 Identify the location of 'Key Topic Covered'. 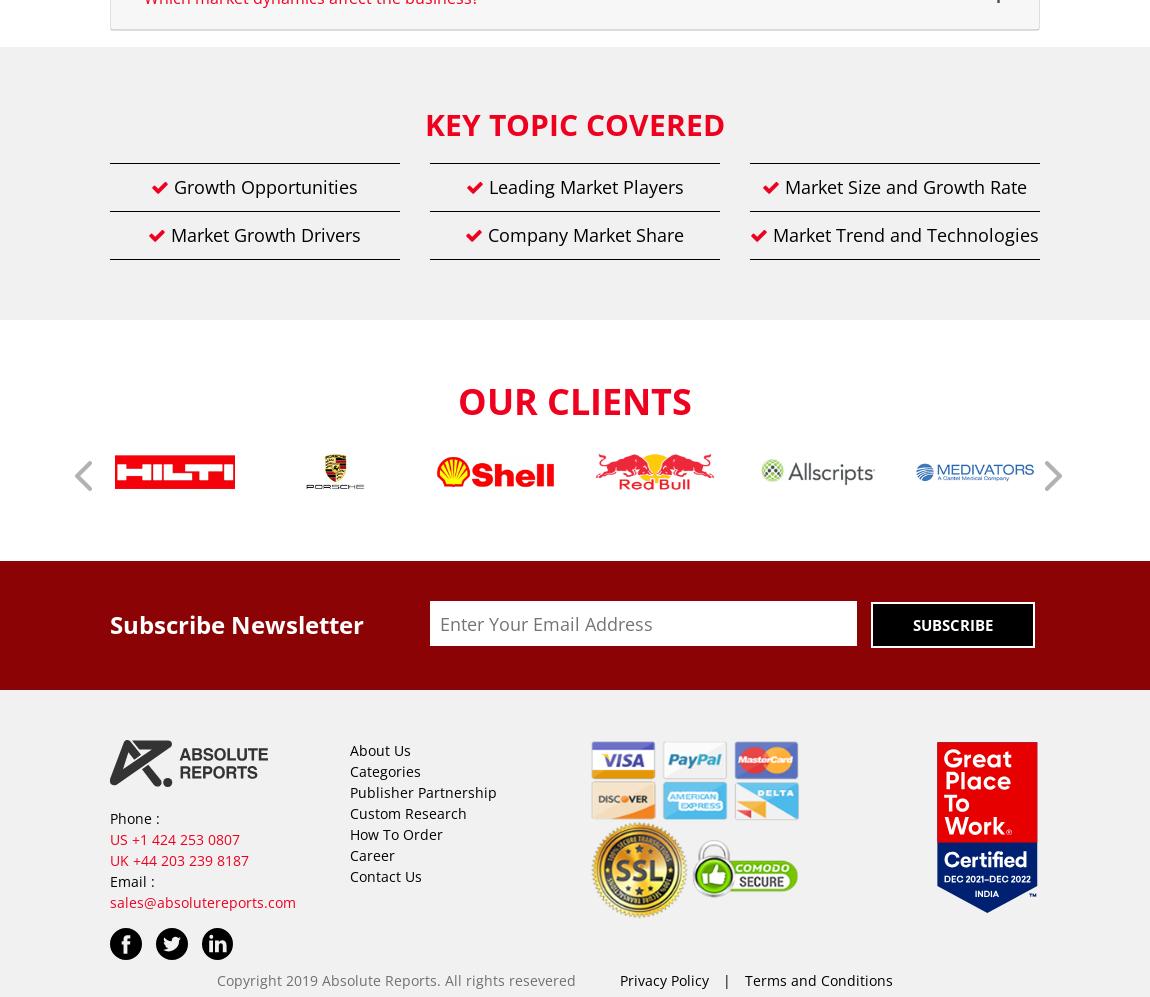
(575, 124).